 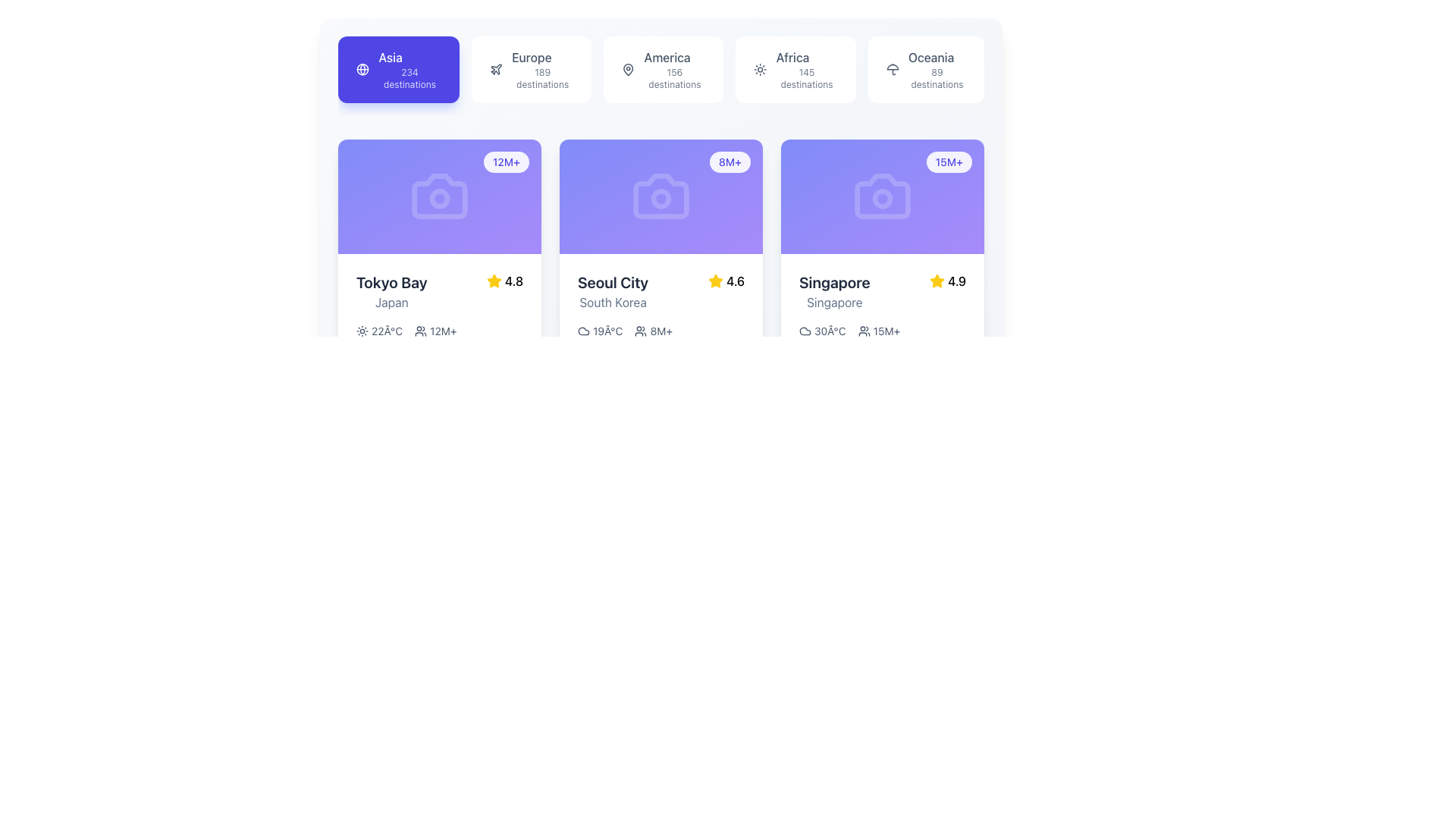 What do you see at coordinates (821, 330) in the screenshot?
I see `the temperature indicator element displaying '30°C' with a cloud icon, located in the bottom section of the 'Singapore' card` at bounding box center [821, 330].